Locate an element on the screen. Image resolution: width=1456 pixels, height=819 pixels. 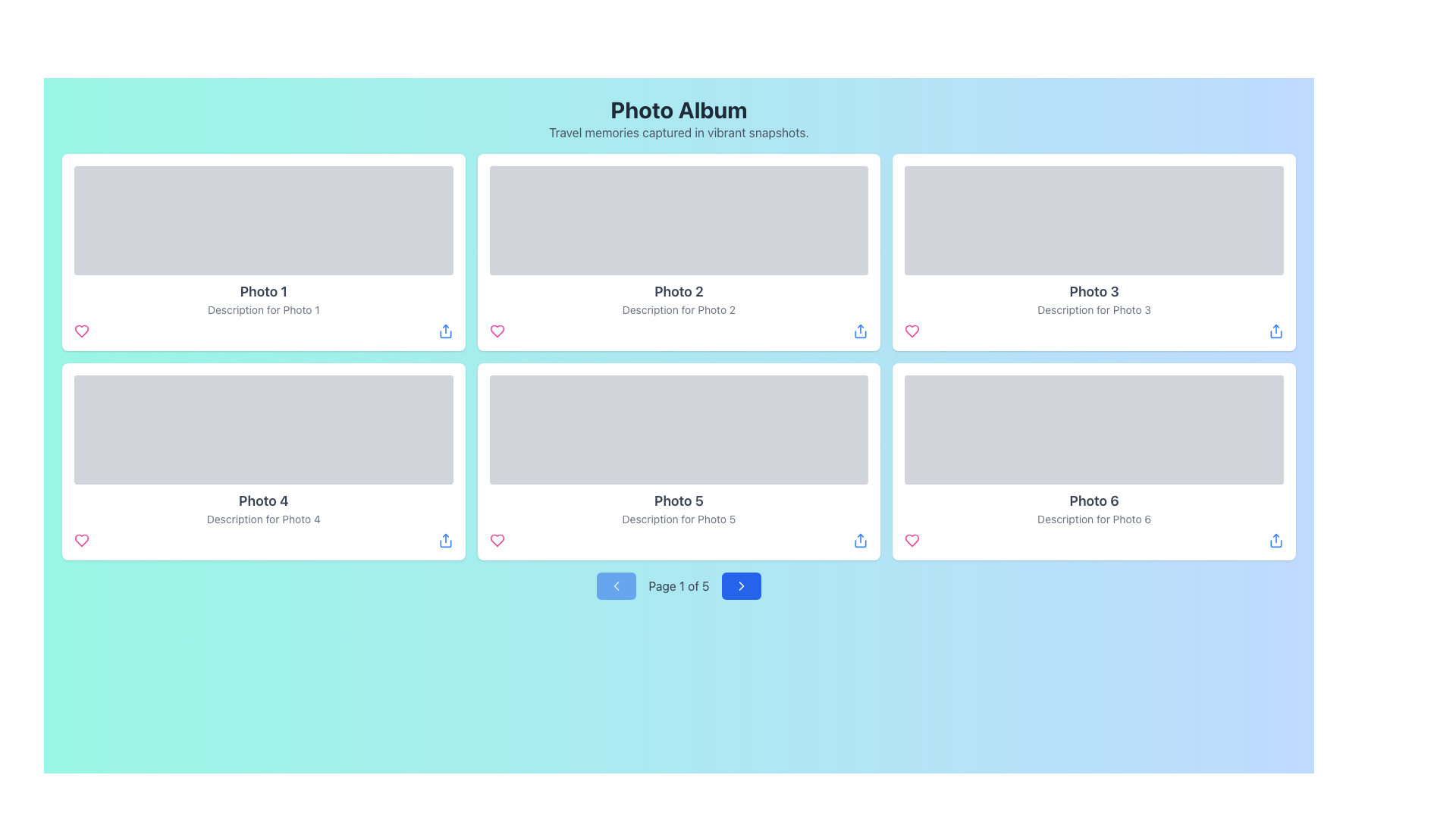
the second card in the grid representing 'Photo 2' is located at coordinates (678, 251).